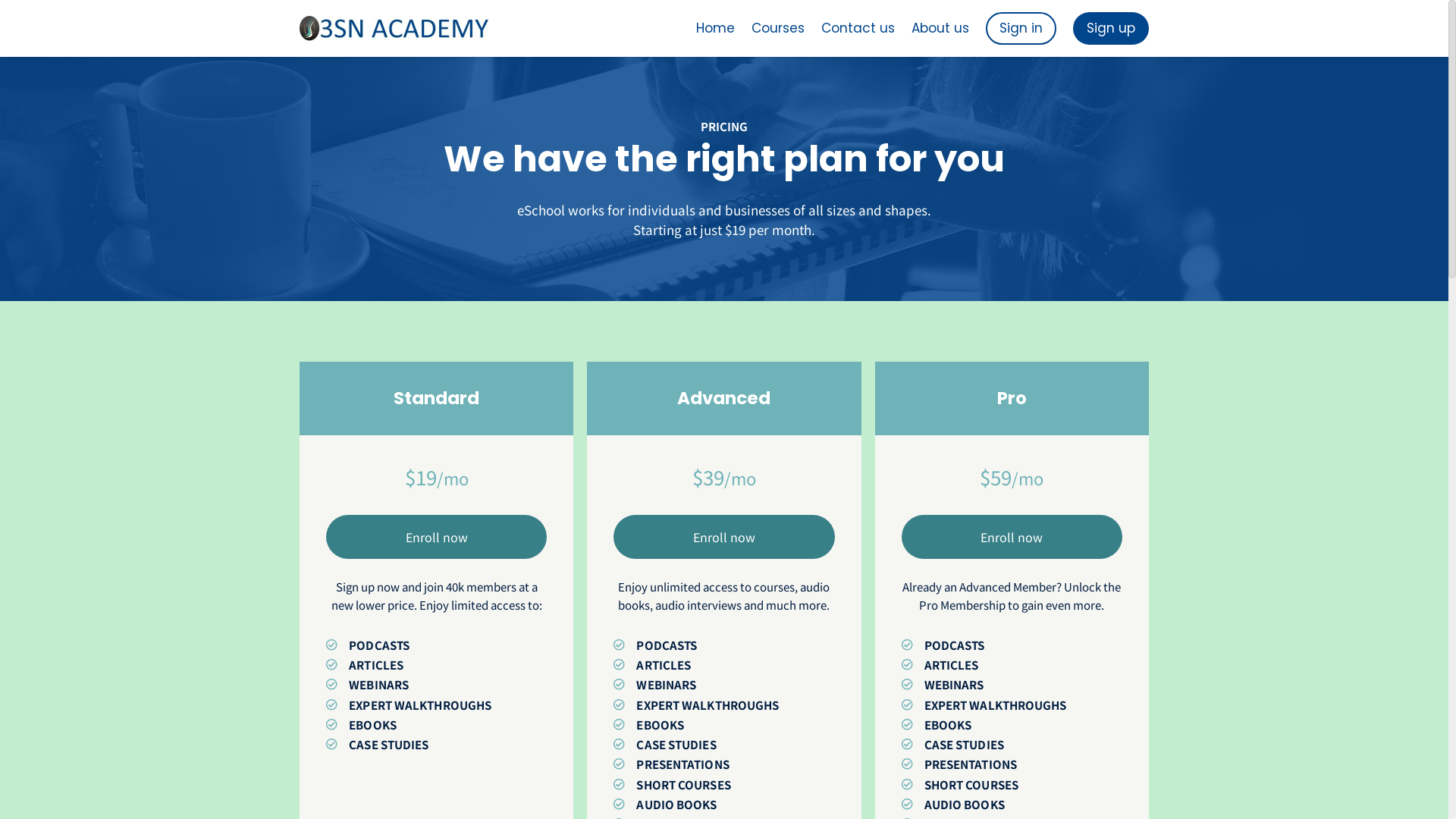 The height and width of the screenshot is (819, 1456). Describe the element at coordinates (714, 28) in the screenshot. I see `'Home'` at that location.